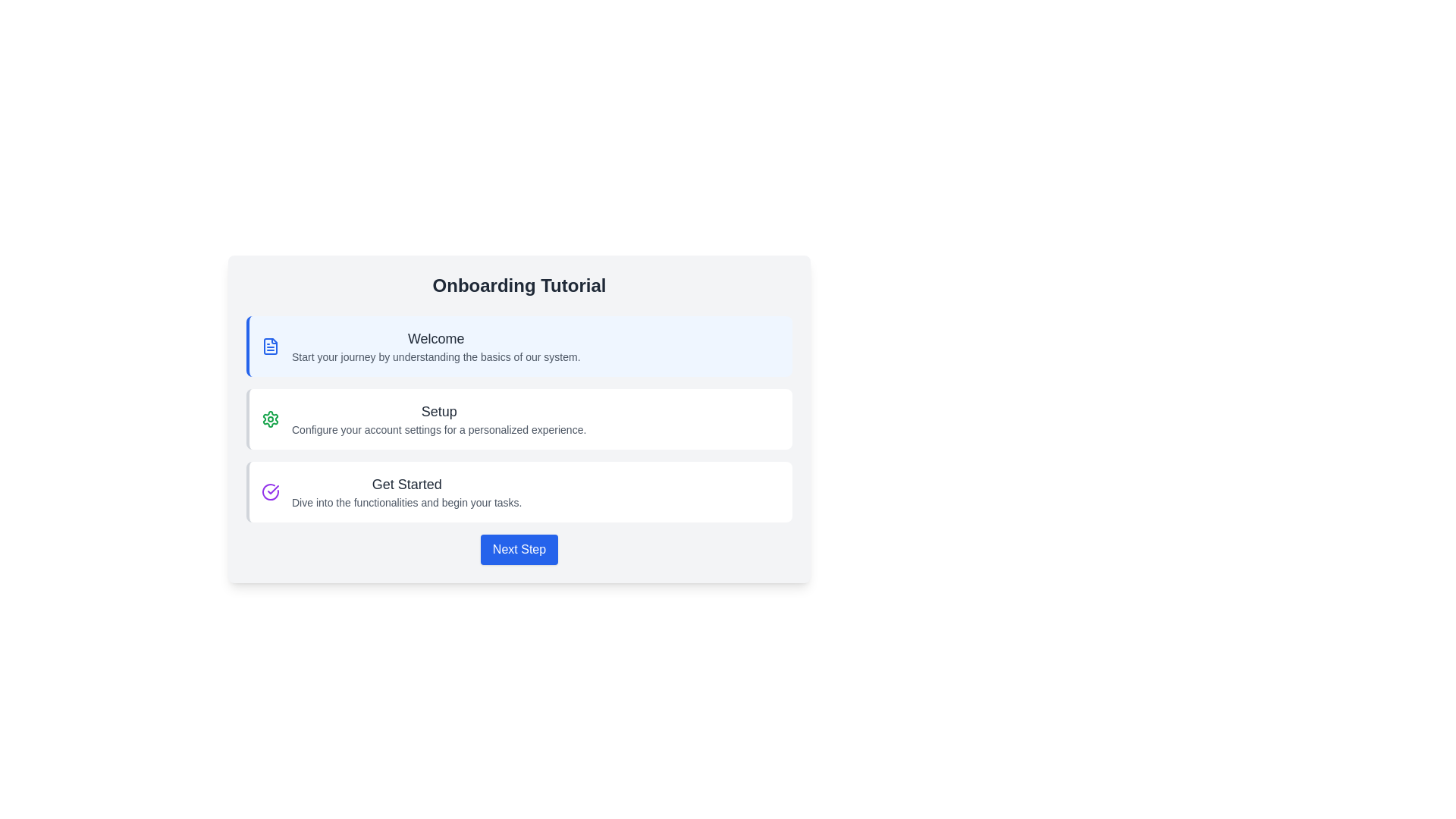 This screenshot has width=1456, height=819. I want to click on the SVG icon representing a file or document in the 'Welcome' section of the 'Onboarding Tutorial', so click(270, 346).